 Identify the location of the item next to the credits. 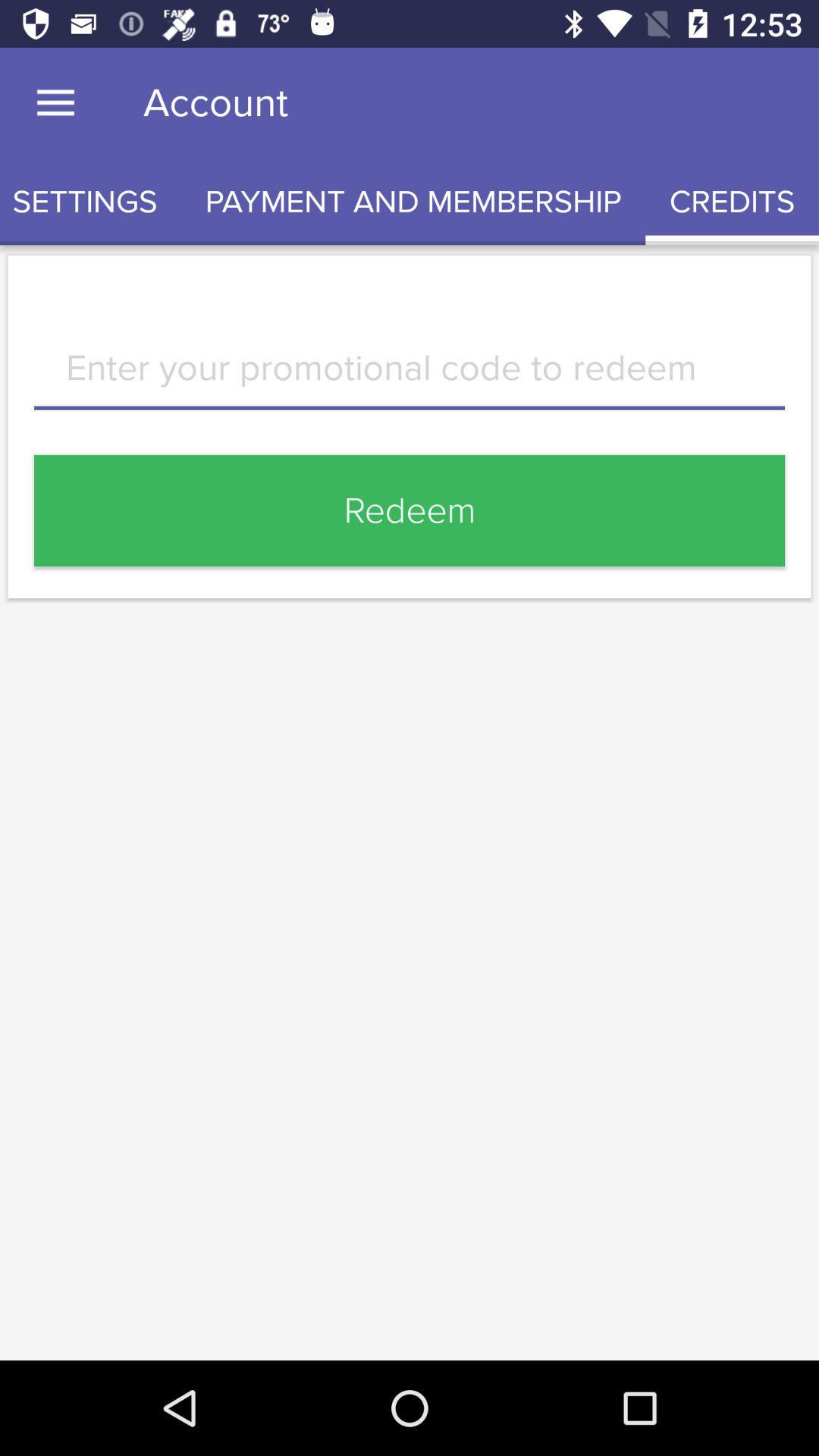
(413, 201).